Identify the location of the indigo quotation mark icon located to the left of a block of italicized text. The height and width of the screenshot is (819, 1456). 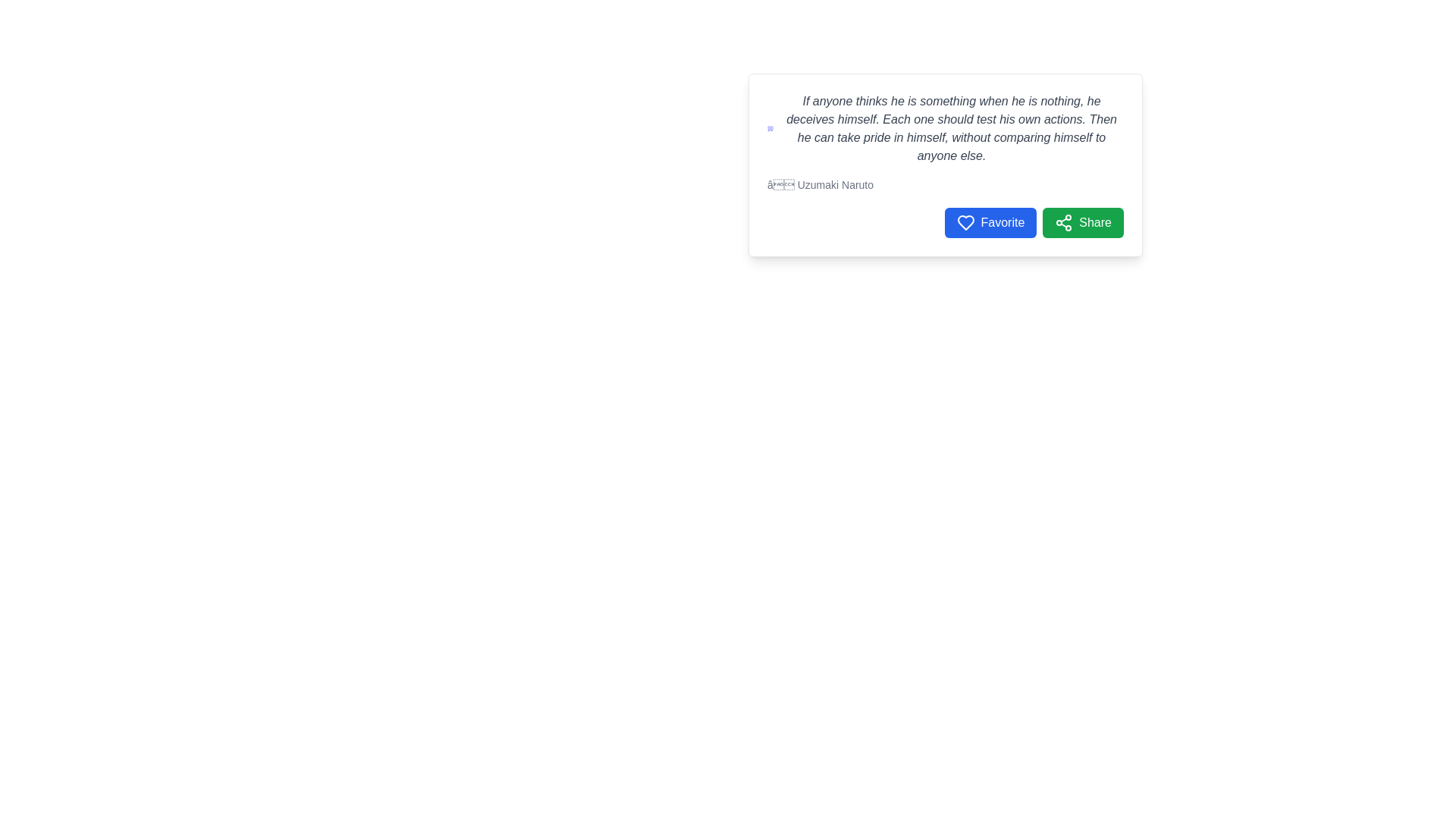
(770, 127).